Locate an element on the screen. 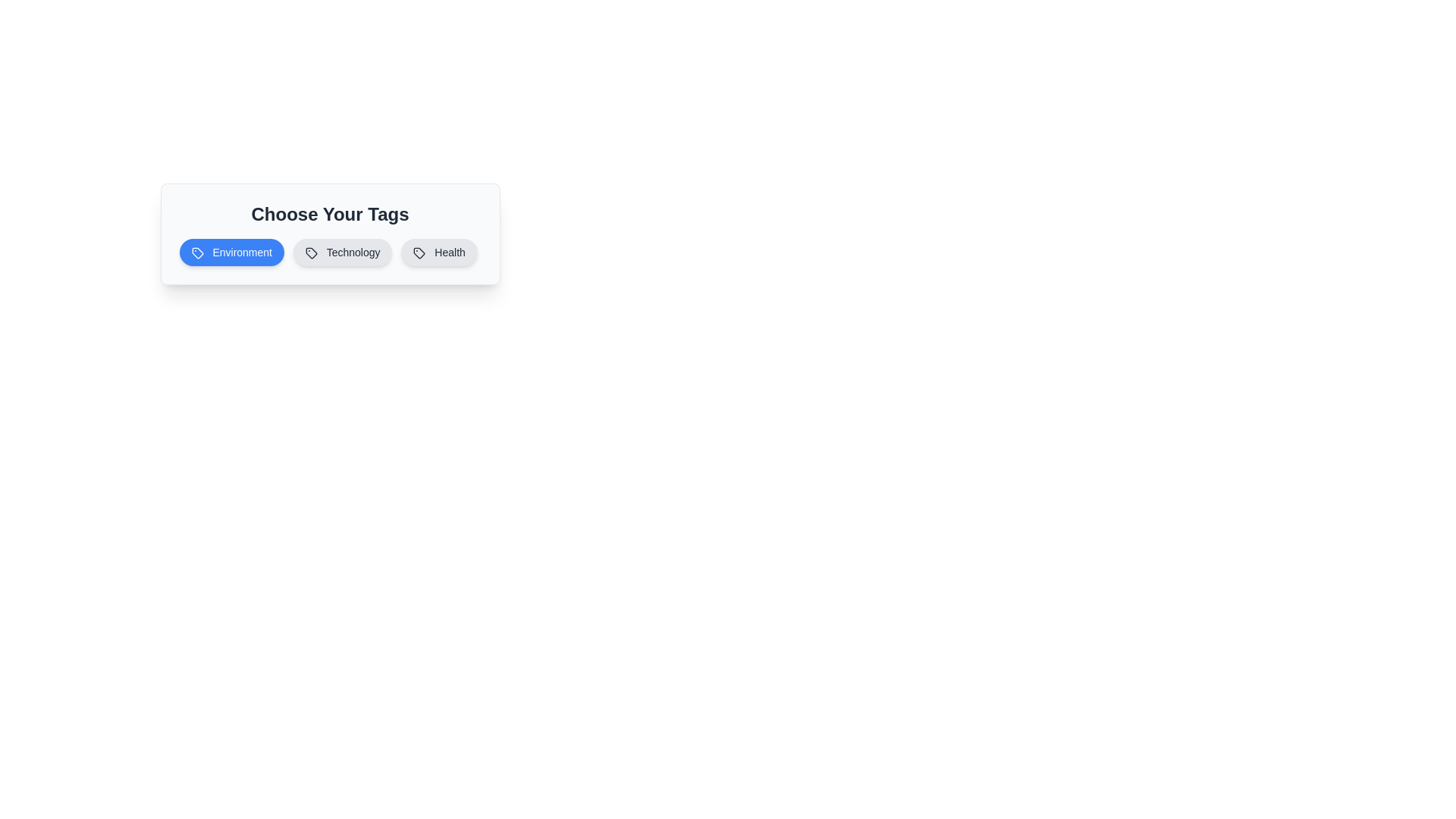 This screenshot has height=819, width=1456. the tag labeled Health is located at coordinates (438, 251).